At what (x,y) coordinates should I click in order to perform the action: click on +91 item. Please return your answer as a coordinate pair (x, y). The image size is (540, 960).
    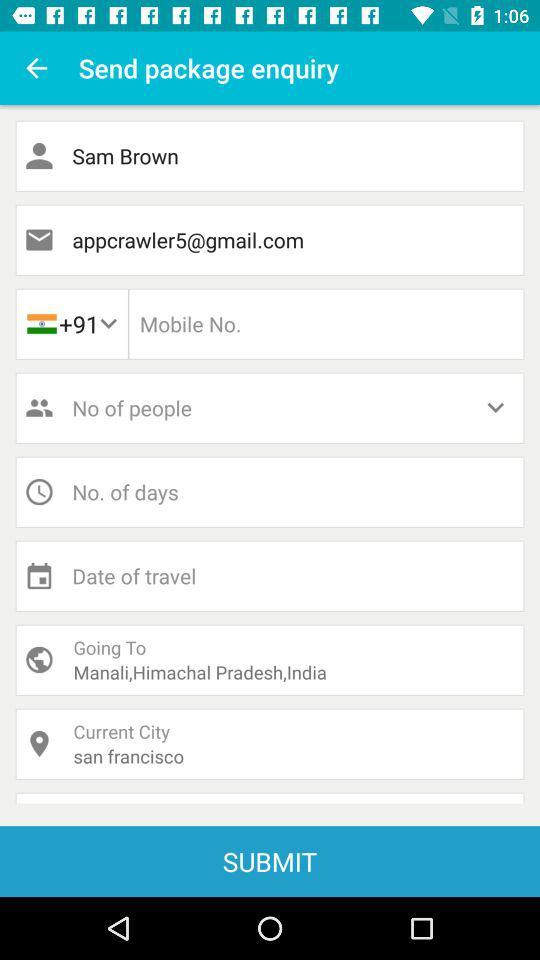
    Looking at the image, I should click on (70, 324).